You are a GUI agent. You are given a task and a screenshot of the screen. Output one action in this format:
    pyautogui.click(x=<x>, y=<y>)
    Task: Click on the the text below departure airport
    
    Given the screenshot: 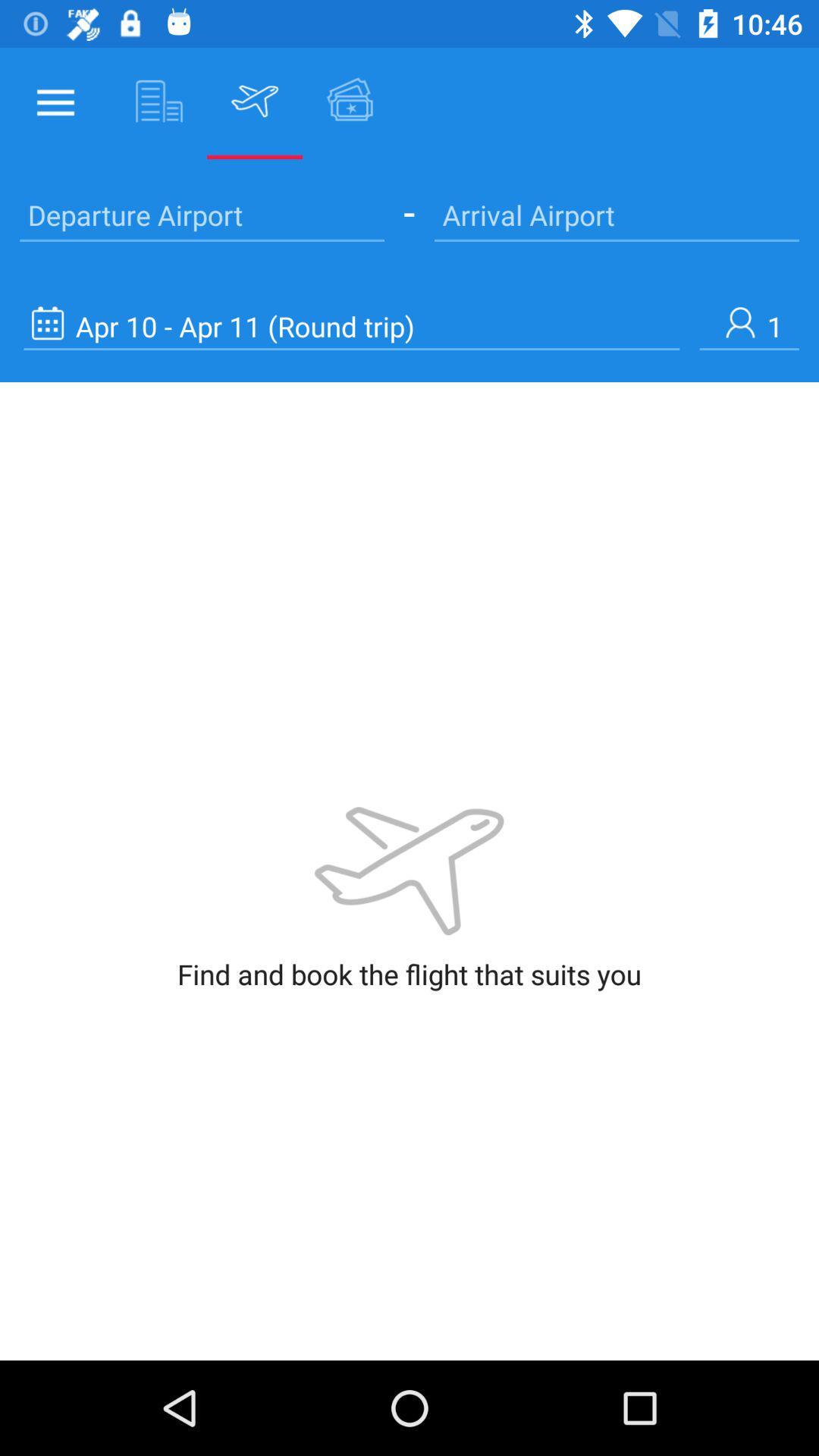 What is the action you would take?
    pyautogui.click(x=351, y=325)
    